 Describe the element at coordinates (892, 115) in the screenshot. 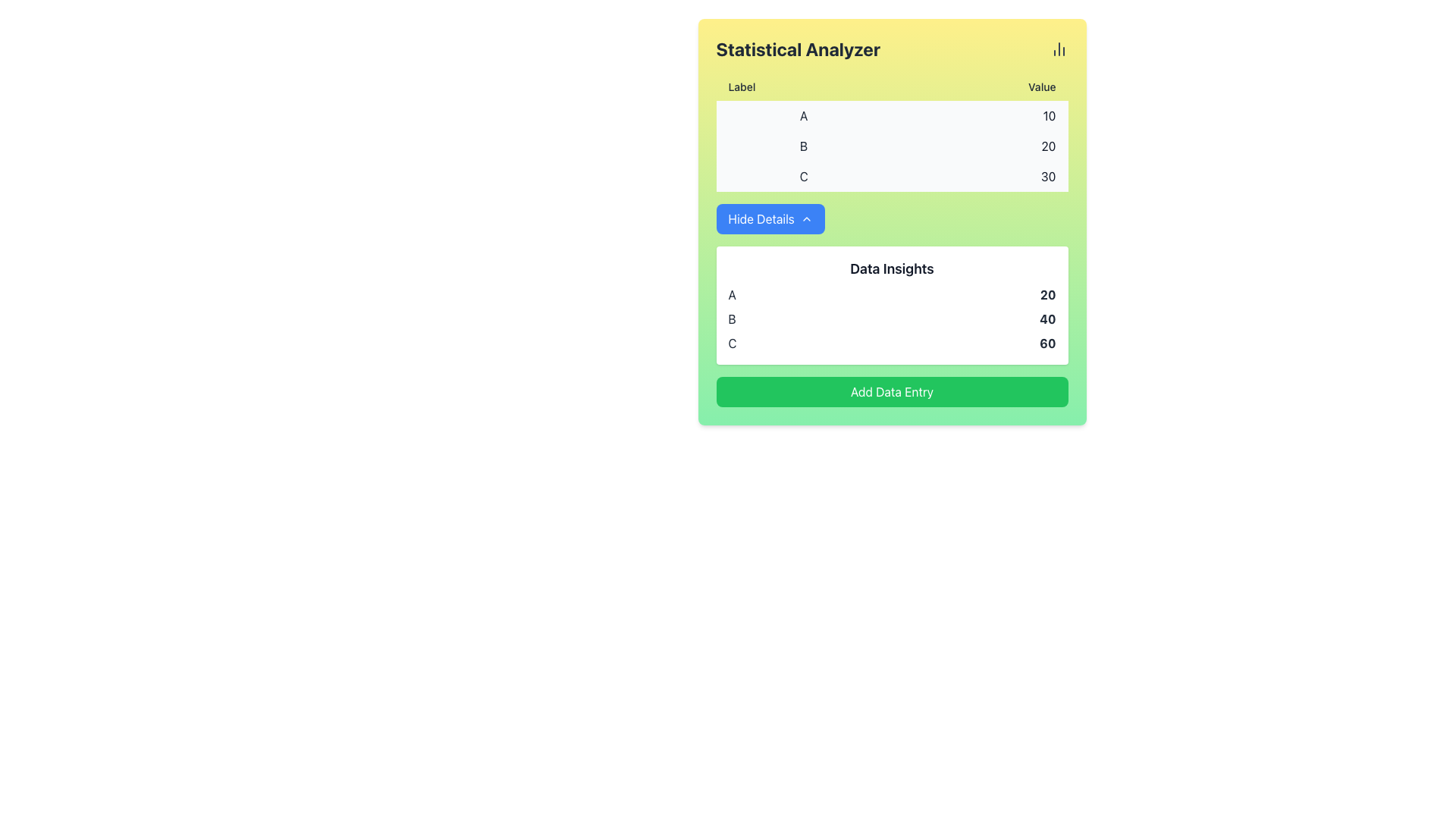

I see `the first table row displaying 'A' on the left and '10' on the right, which has a light gray background` at that location.